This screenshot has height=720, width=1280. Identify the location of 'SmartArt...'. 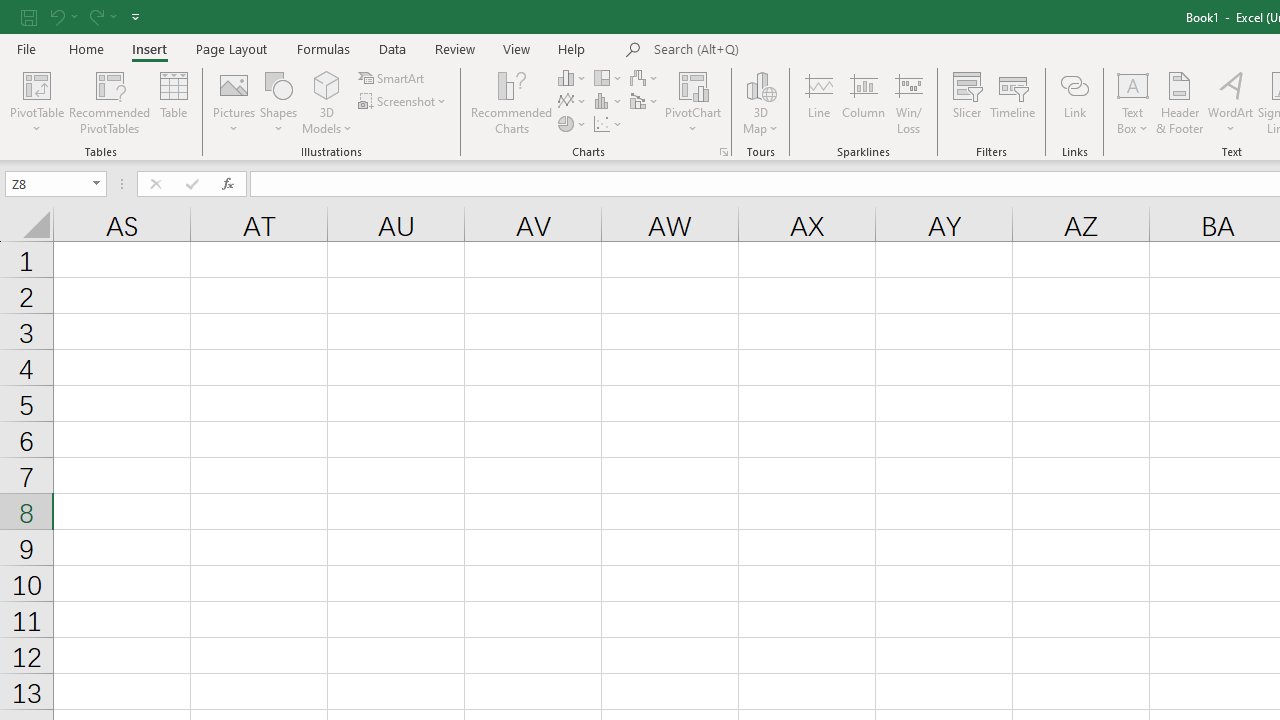
(392, 77).